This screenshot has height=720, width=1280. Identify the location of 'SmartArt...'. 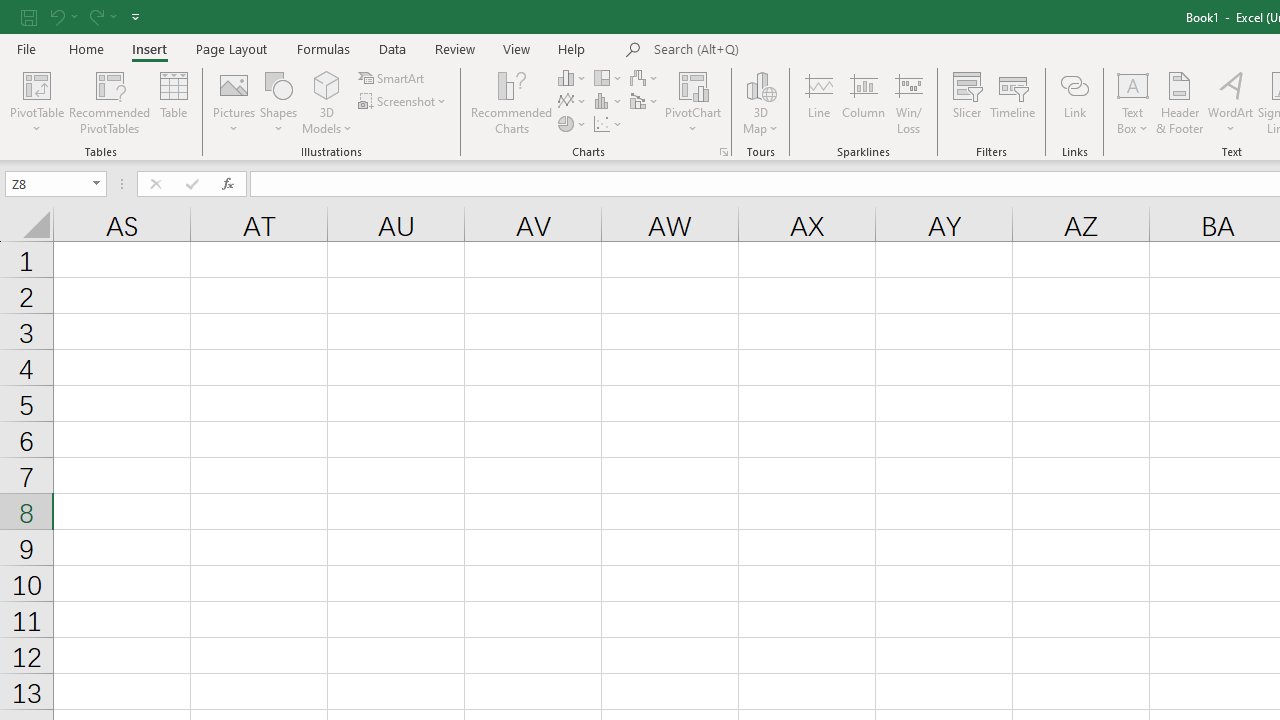
(392, 77).